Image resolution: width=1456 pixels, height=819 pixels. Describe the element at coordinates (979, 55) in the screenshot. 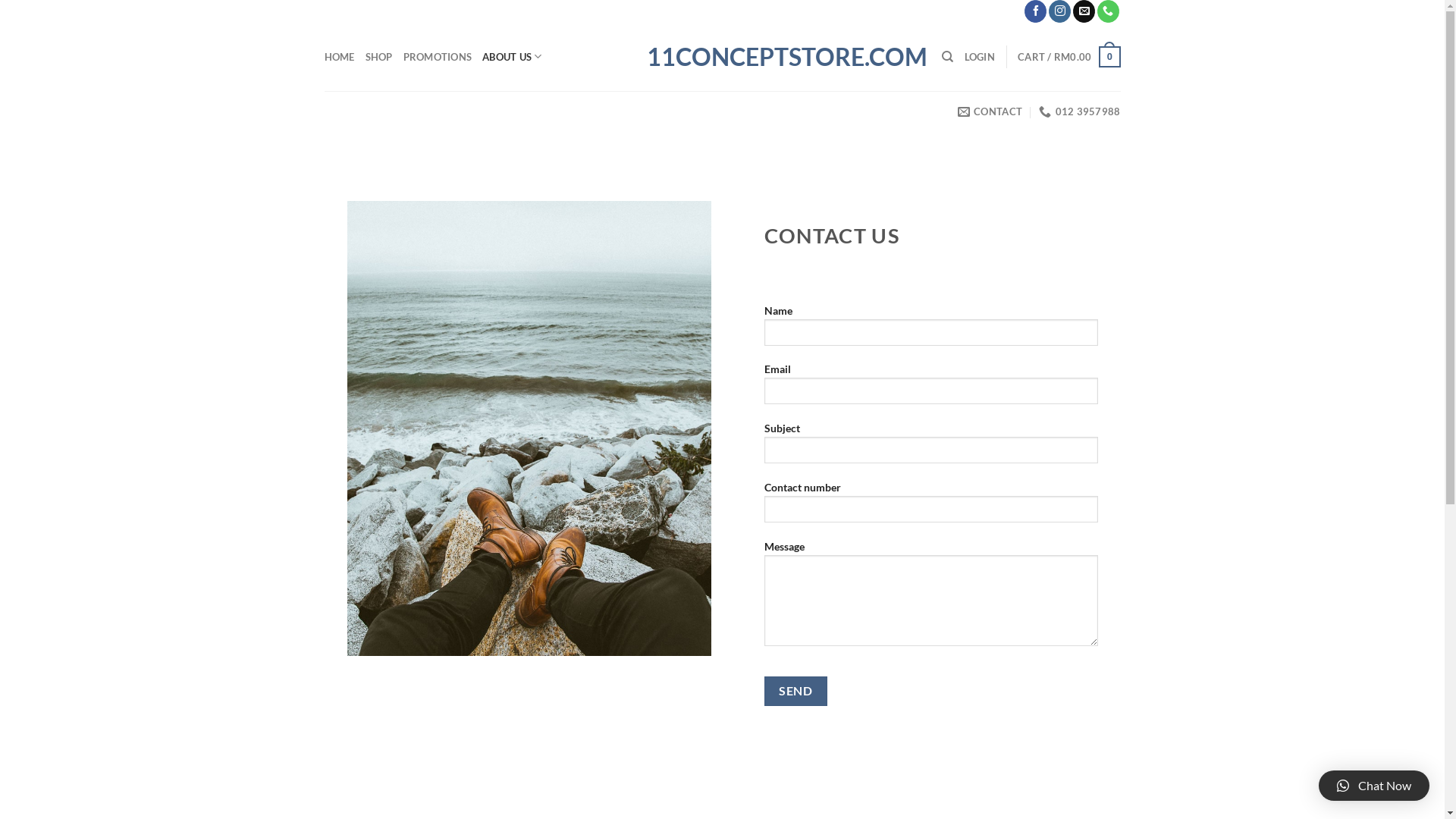

I see `'LOGIN'` at that location.